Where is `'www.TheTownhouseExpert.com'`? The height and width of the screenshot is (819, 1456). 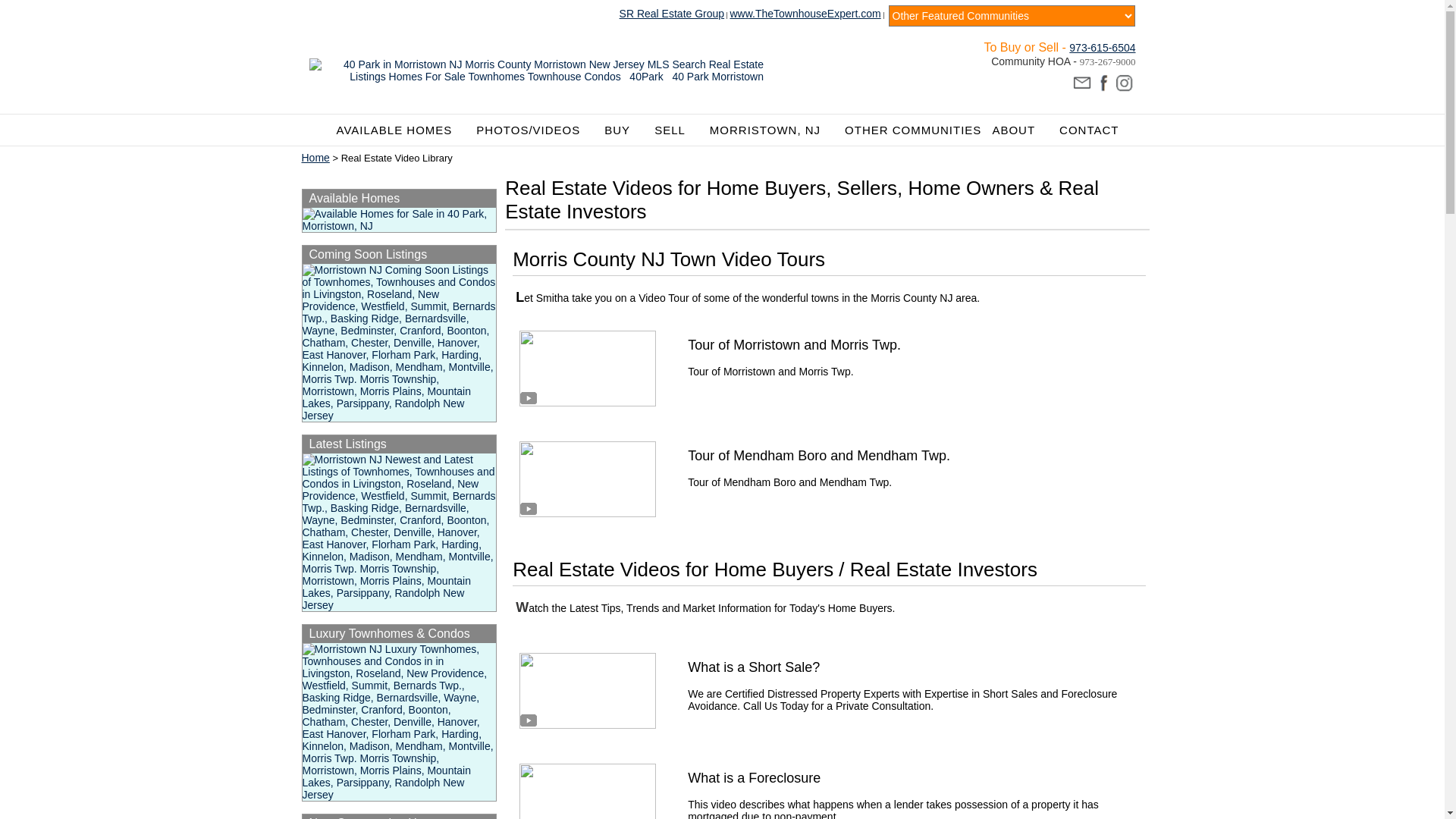
'www.TheTownhouseExpert.com' is located at coordinates (804, 14).